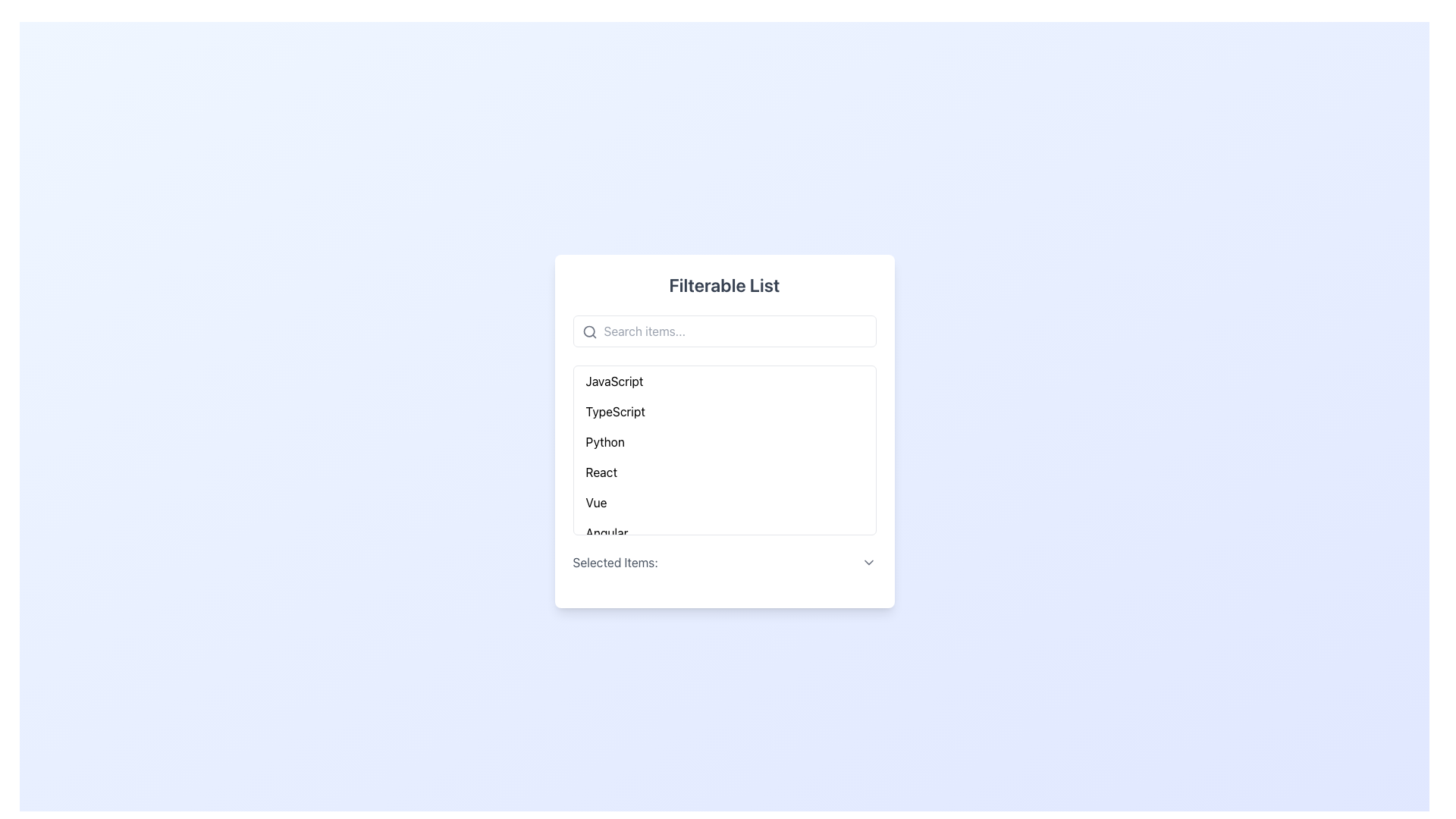 This screenshot has height=819, width=1456. What do you see at coordinates (868, 562) in the screenshot?
I see `the downward-pointing chevron icon located to the immediate right of the 'Selected Items:' label` at bounding box center [868, 562].